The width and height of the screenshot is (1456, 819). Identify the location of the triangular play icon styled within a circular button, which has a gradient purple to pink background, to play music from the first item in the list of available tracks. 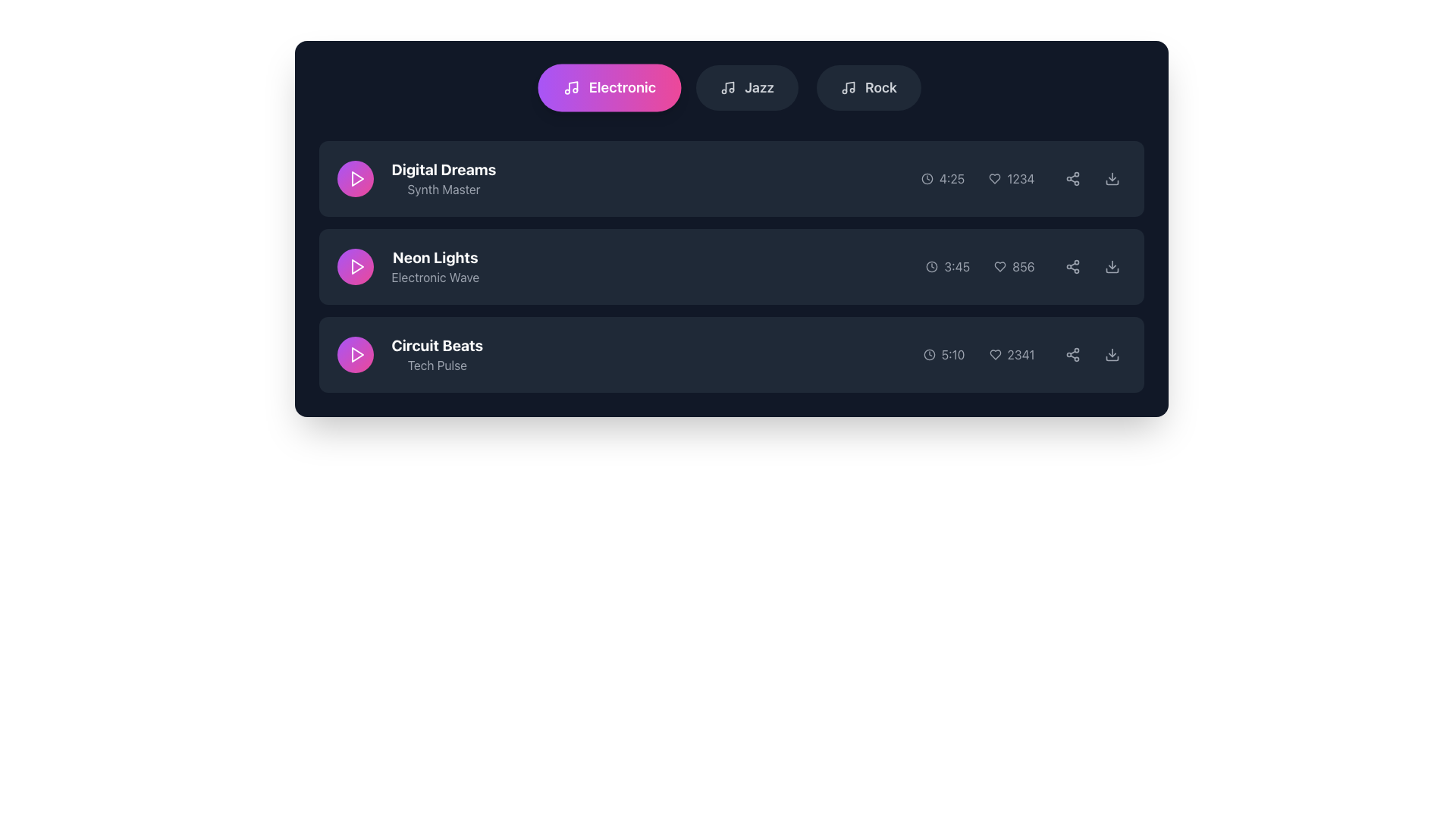
(356, 177).